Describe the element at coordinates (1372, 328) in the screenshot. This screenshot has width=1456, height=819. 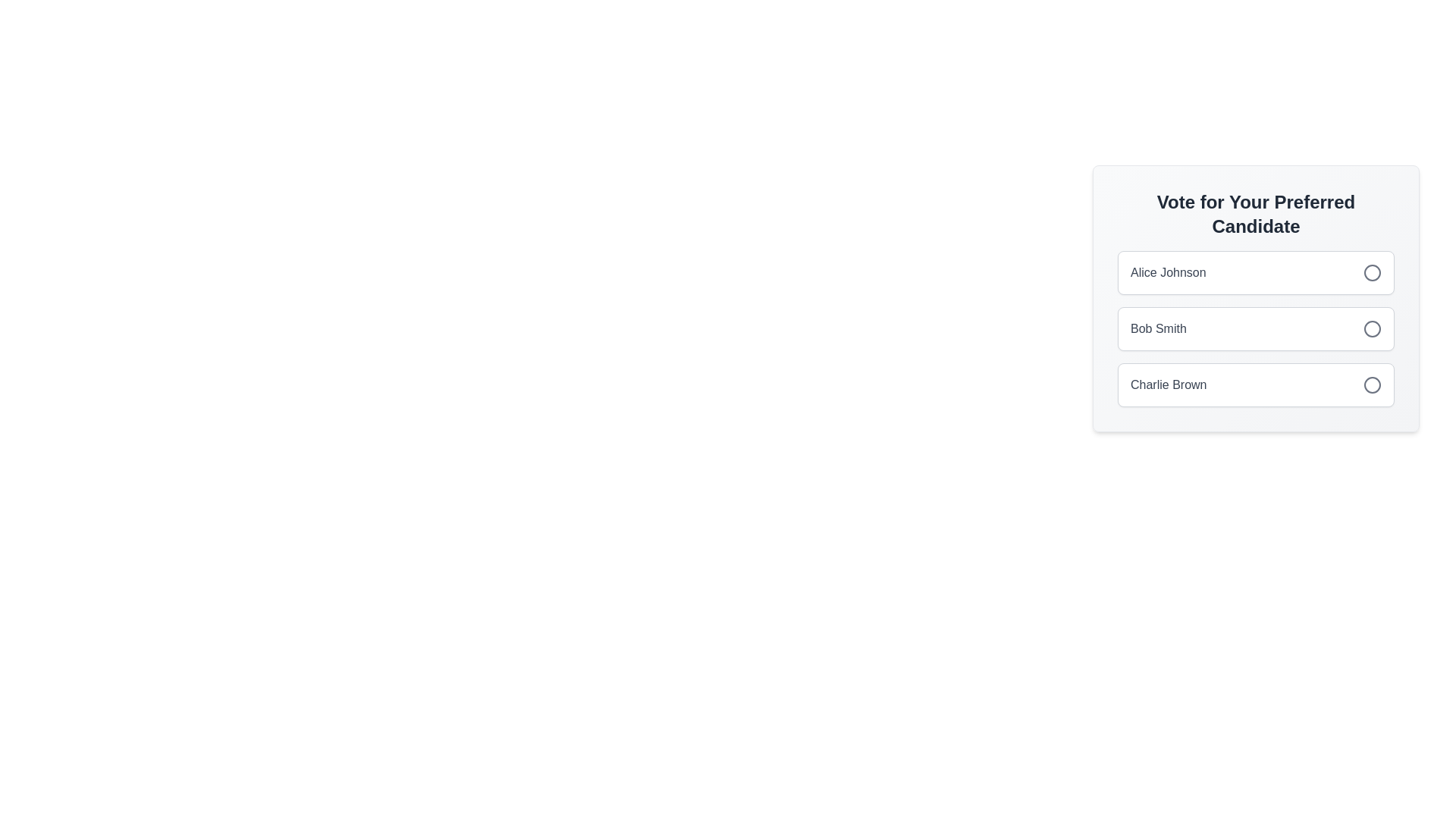
I see `the circular radio button indicator next to the label 'Bob Smith'` at that location.